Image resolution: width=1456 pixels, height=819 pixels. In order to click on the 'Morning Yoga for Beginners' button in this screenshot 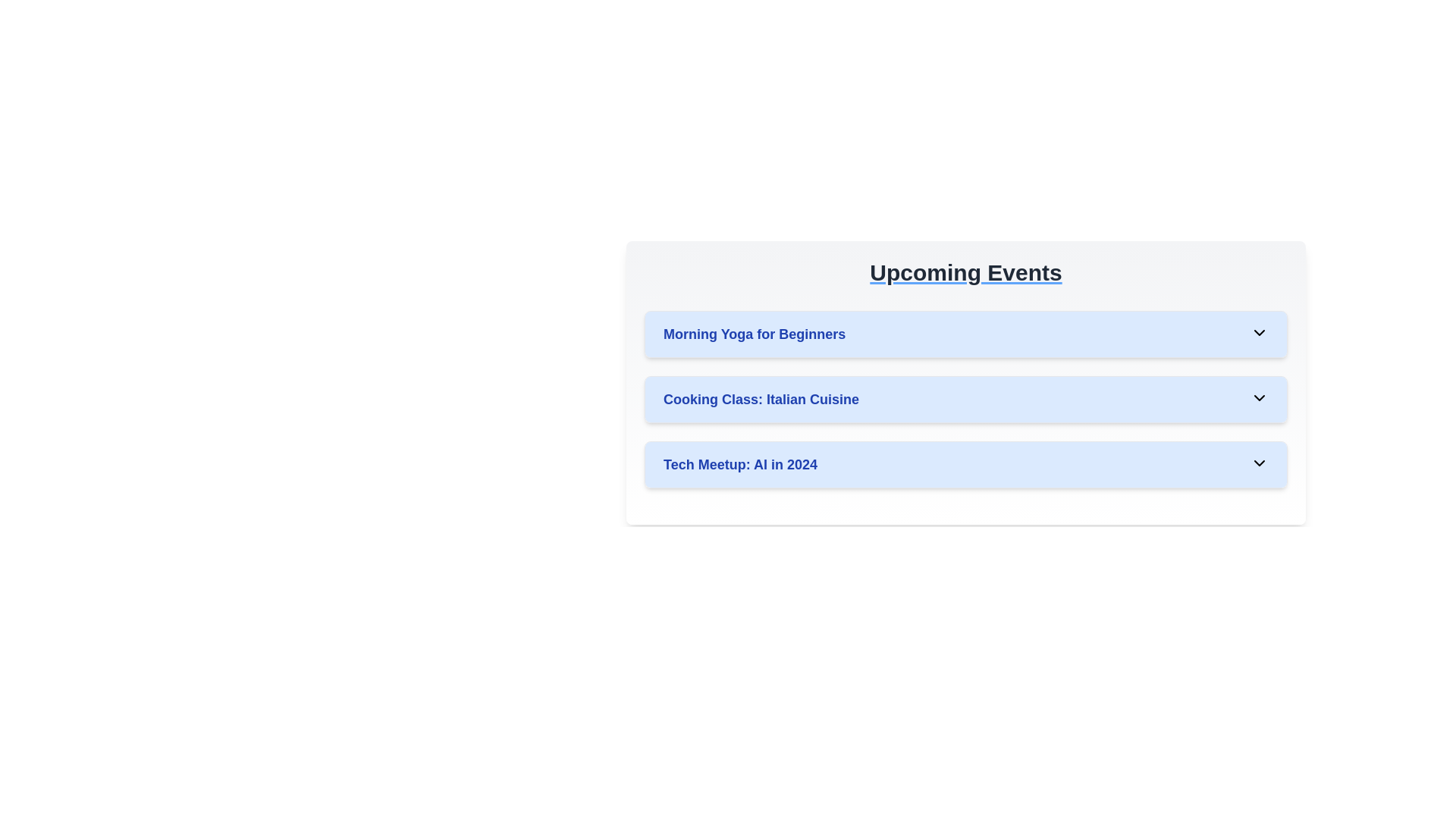, I will do `click(965, 333)`.